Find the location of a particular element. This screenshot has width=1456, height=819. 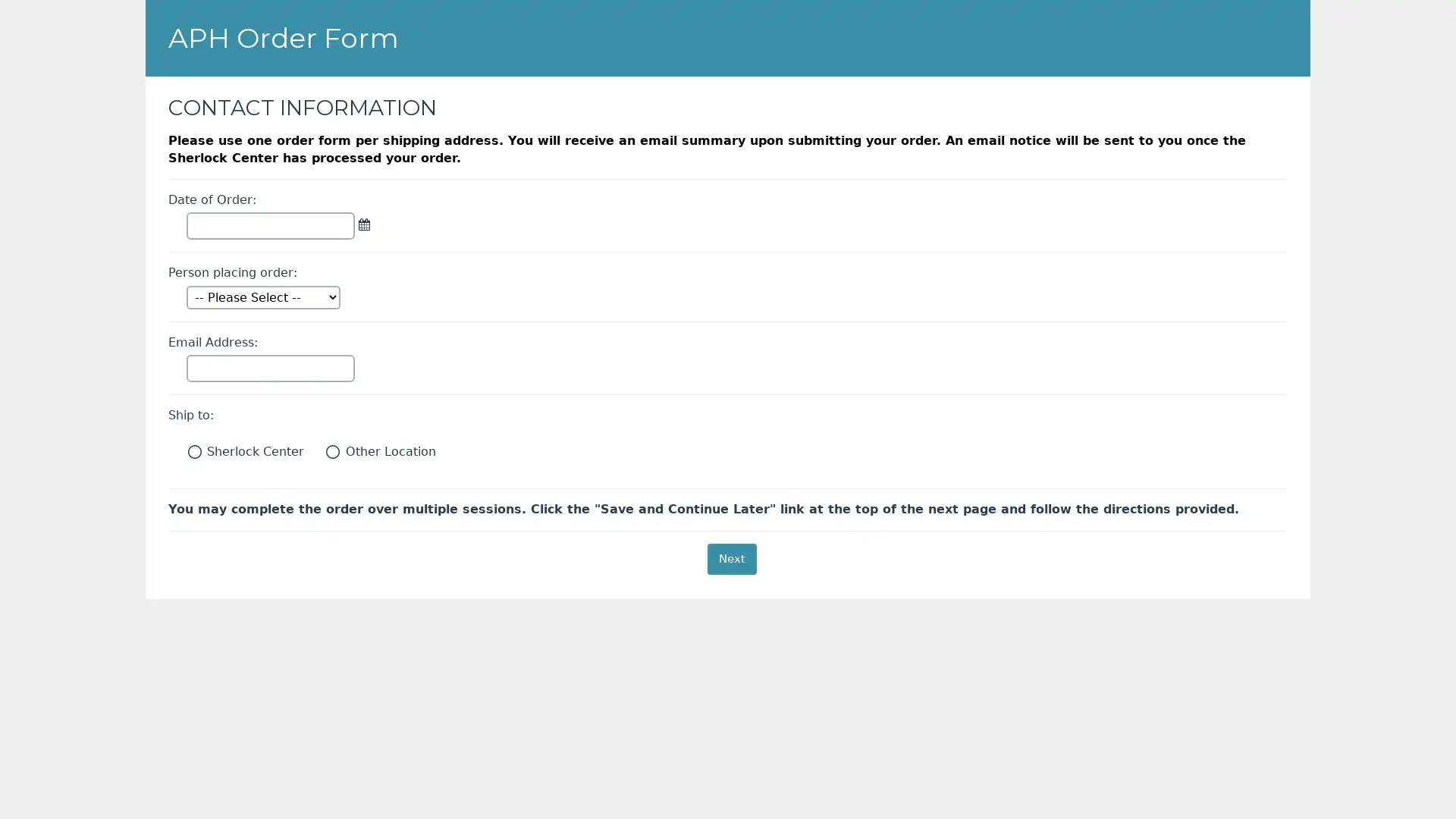

Next is located at coordinates (731, 558).